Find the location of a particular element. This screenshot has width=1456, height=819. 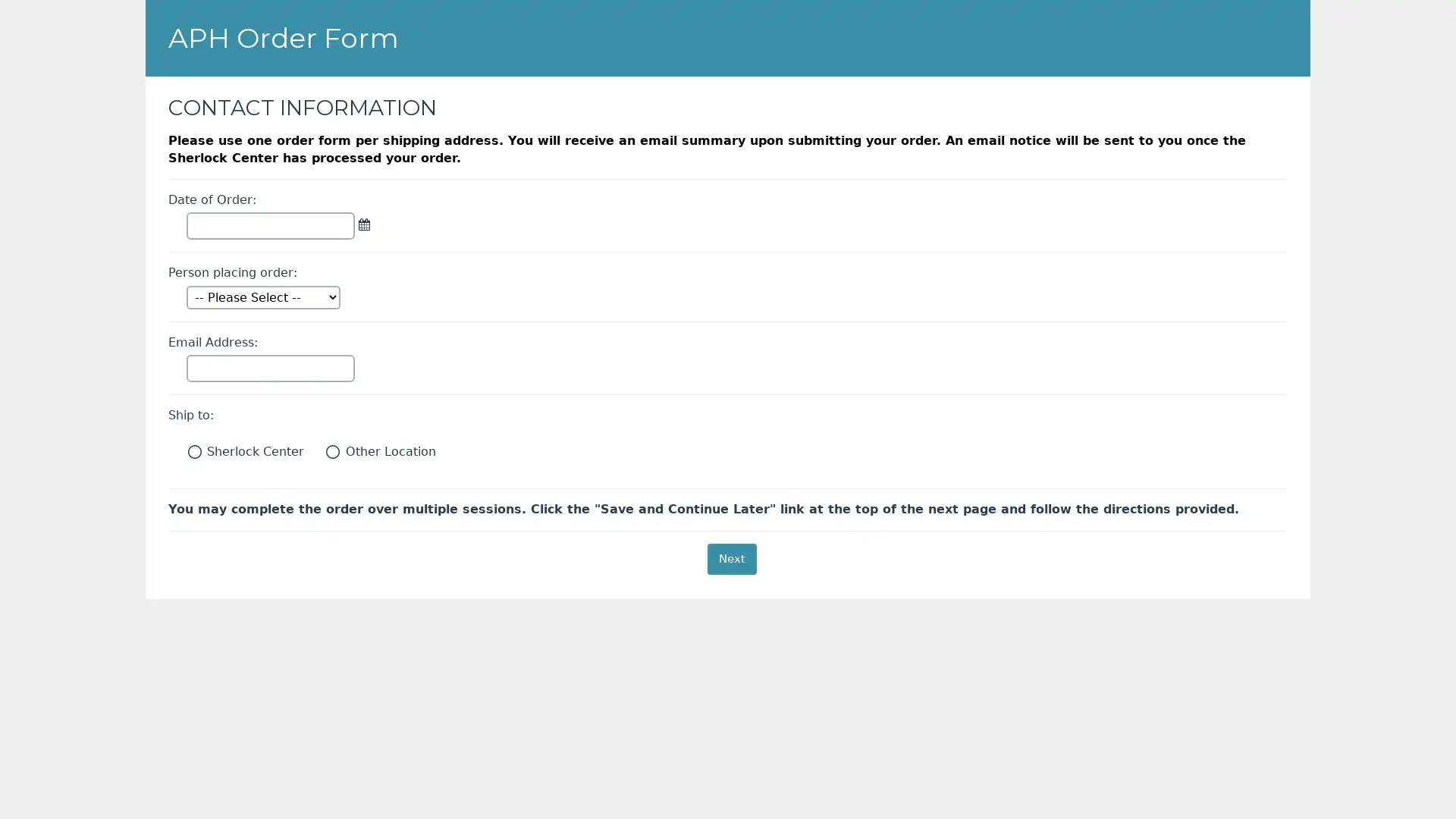

Next is located at coordinates (731, 558).